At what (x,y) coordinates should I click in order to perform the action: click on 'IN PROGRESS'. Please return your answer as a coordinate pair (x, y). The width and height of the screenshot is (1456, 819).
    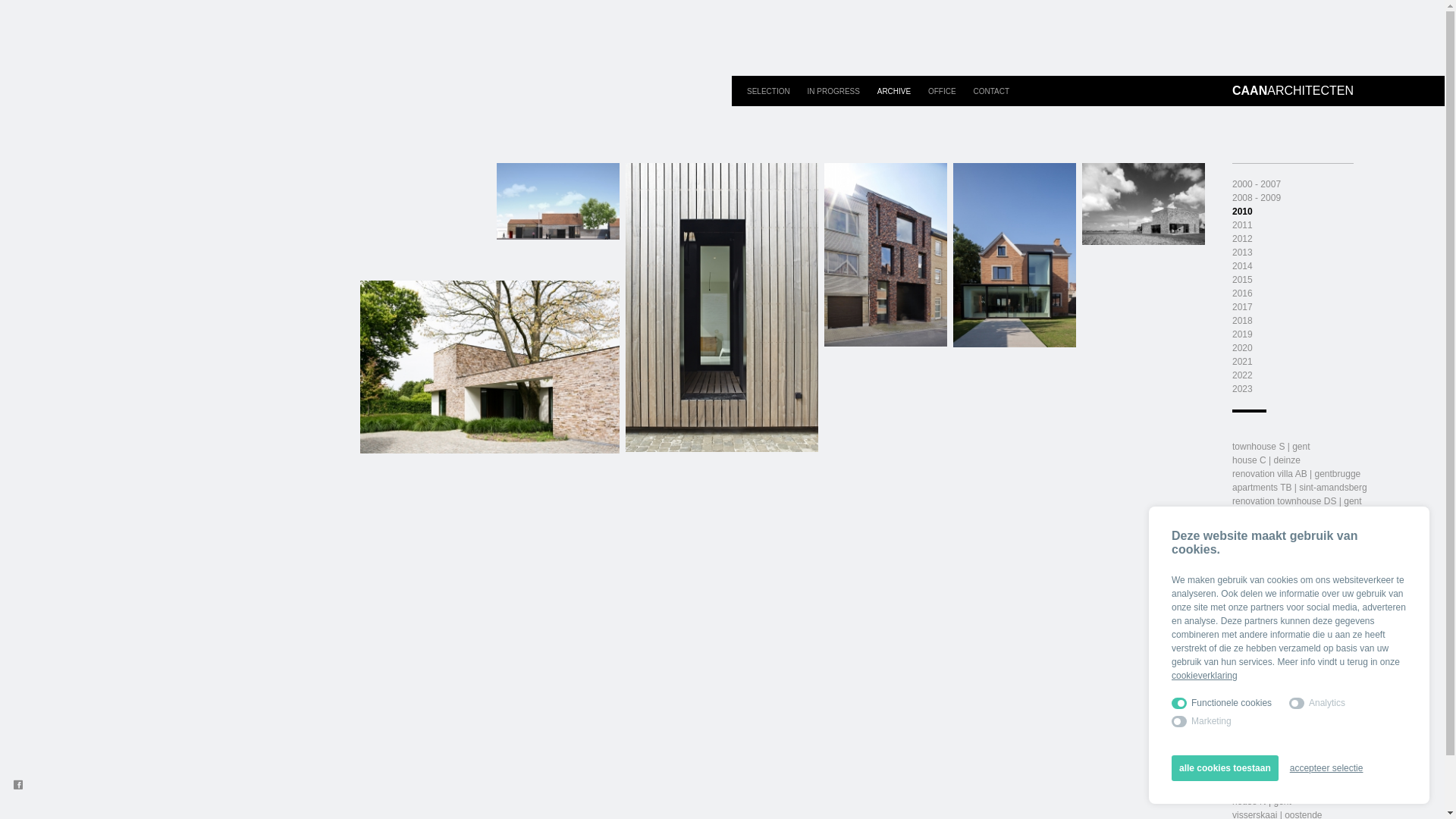
    Looking at the image, I should click on (833, 91).